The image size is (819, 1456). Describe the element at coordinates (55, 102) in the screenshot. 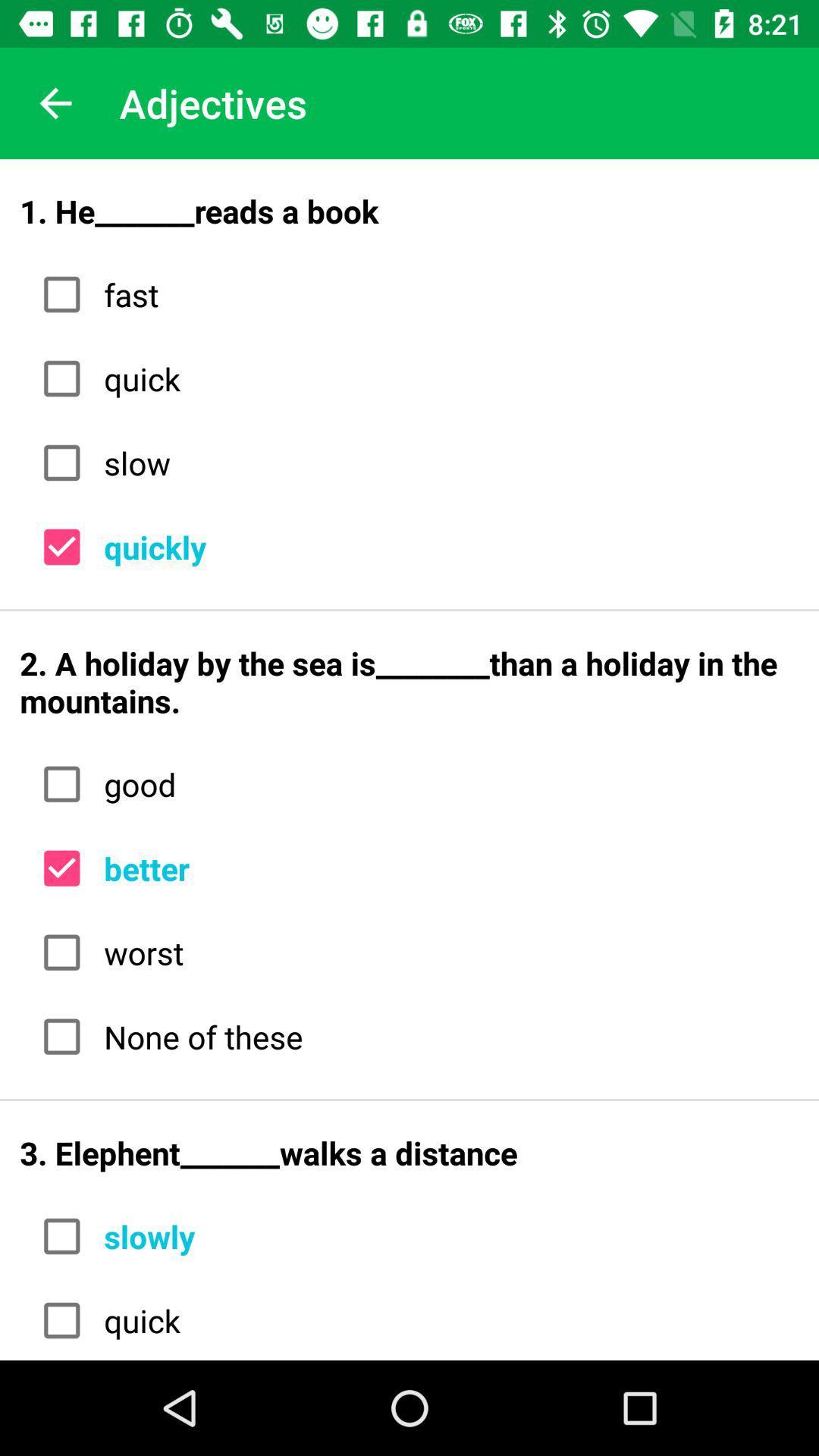

I see `the app next to adjectives item` at that location.